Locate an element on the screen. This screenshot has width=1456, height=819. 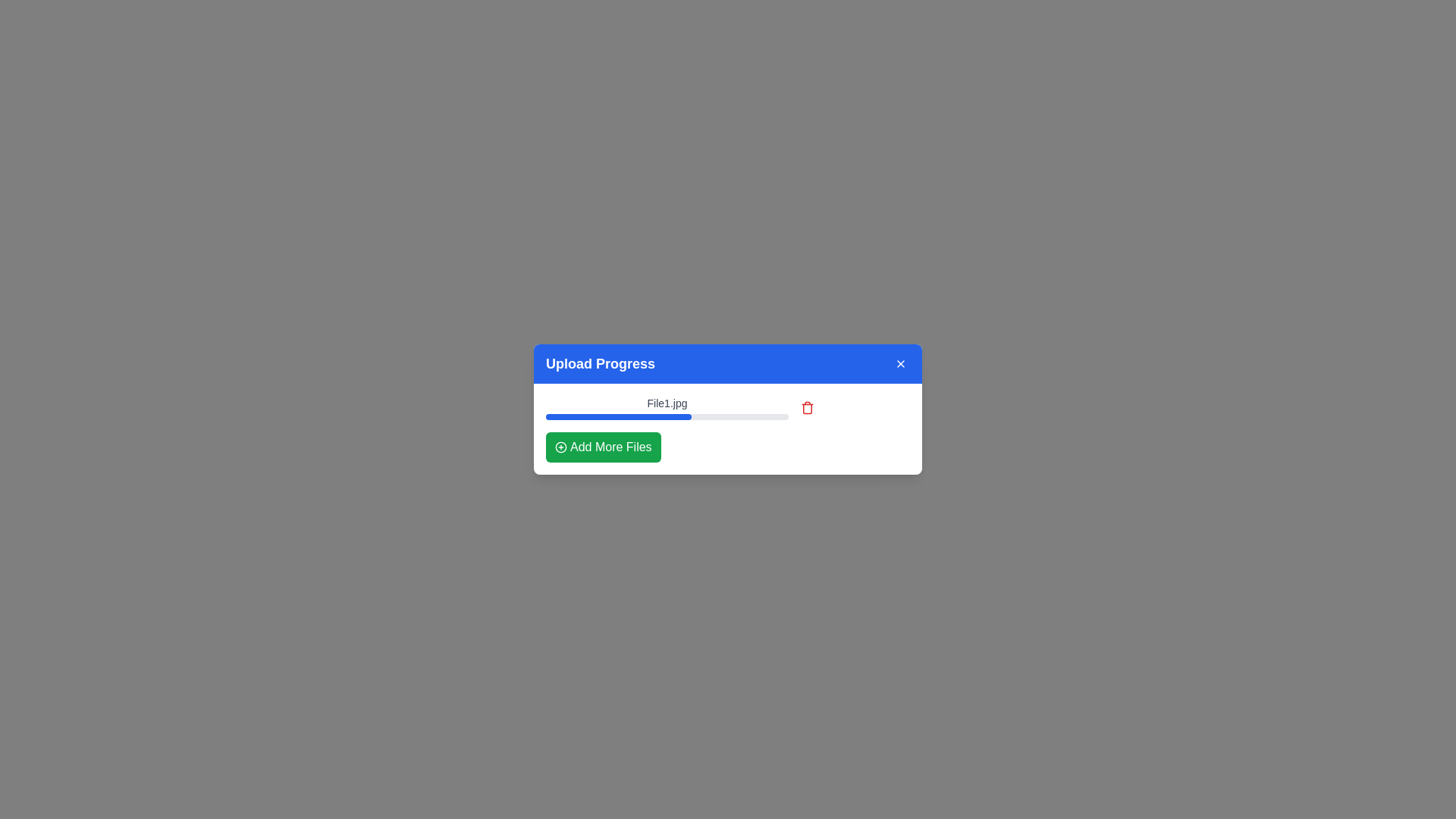
the green button labeled 'Add More Files' with a circular plus icon is located at coordinates (602, 447).